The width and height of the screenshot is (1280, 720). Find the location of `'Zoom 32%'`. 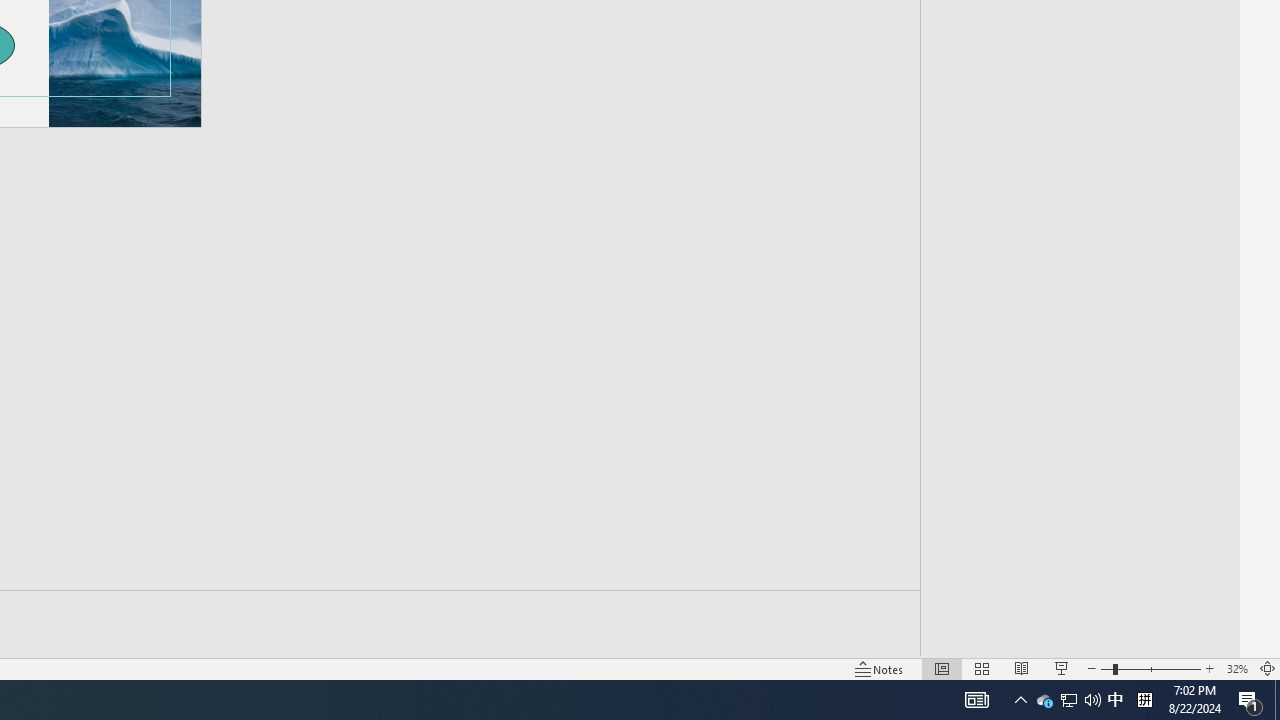

'Zoom 32%' is located at coordinates (1236, 669).